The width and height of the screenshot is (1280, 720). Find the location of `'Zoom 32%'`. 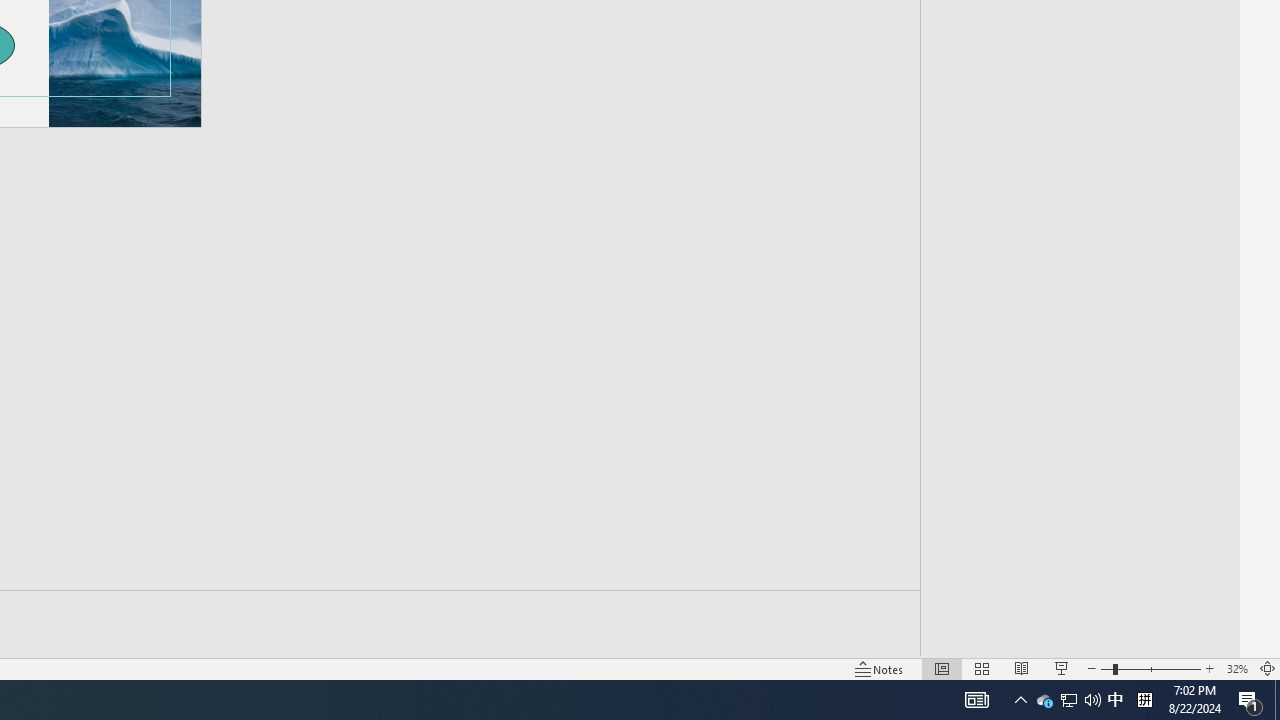

'Zoom 32%' is located at coordinates (1236, 669).